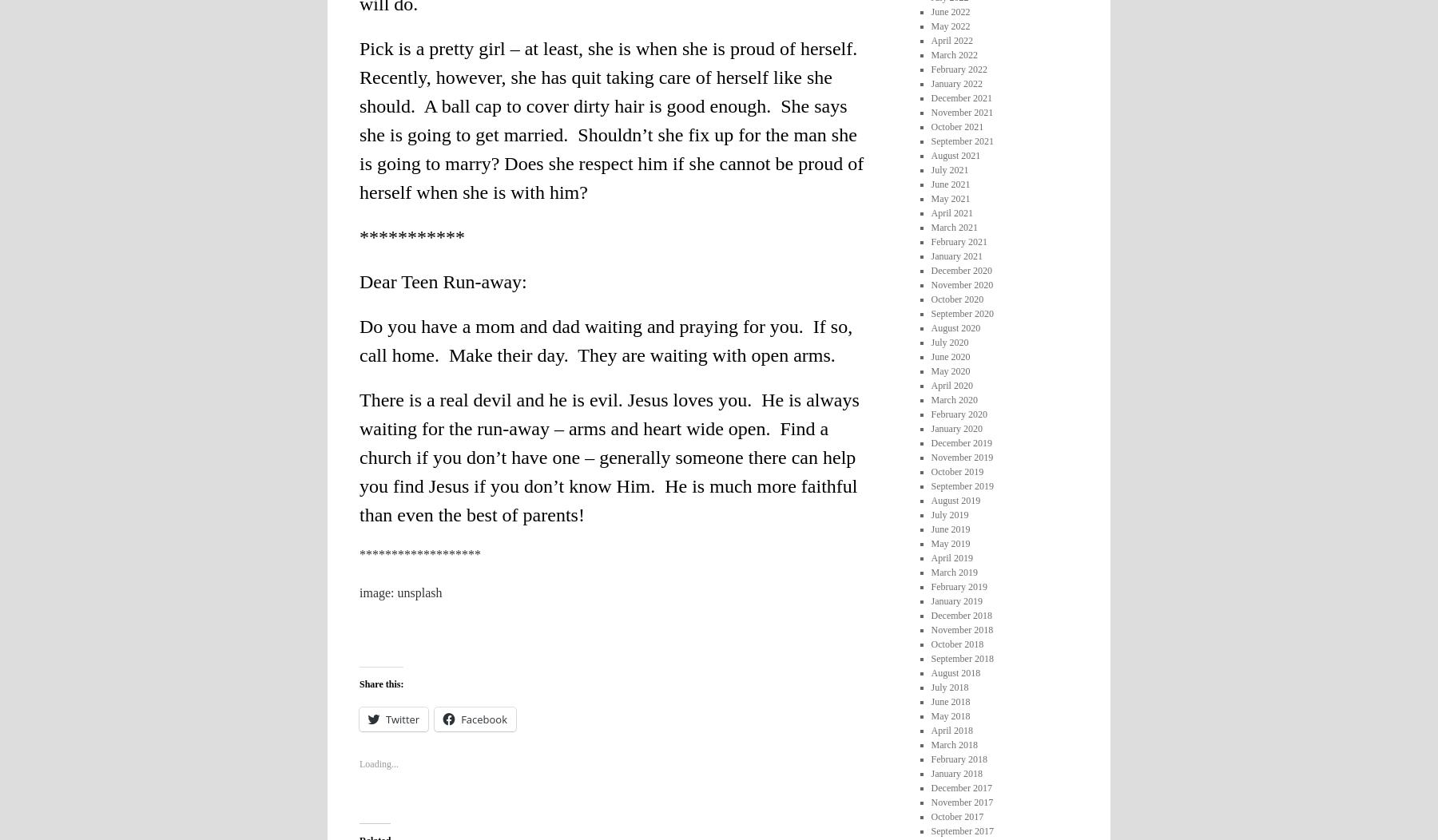  I want to click on 'March 2022', so click(952, 53).